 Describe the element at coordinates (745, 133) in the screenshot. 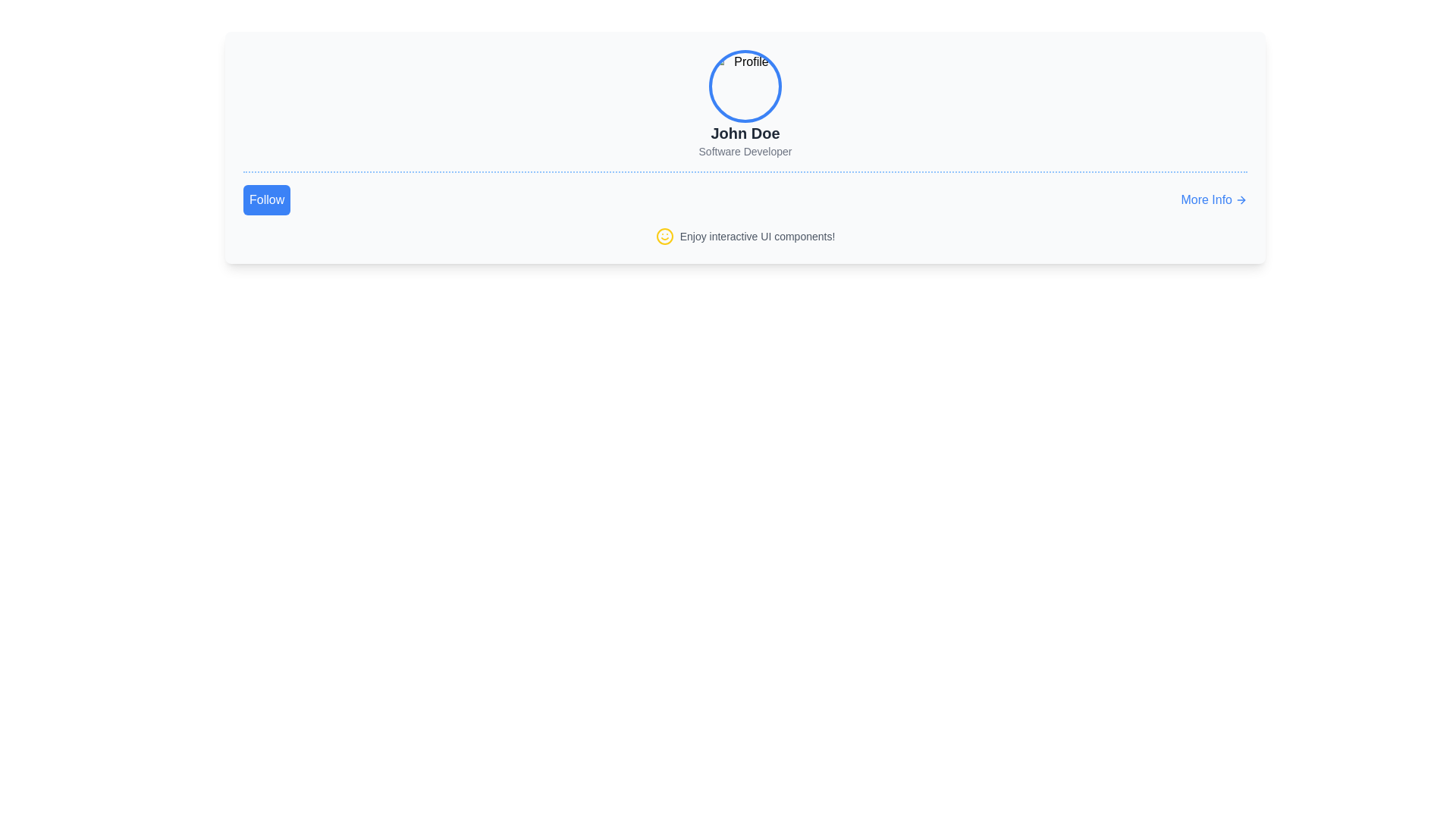

I see `the static text element displaying 'John Doe' in bold, large dark-gray text, which is centrally aligned beneath a profile image` at that location.